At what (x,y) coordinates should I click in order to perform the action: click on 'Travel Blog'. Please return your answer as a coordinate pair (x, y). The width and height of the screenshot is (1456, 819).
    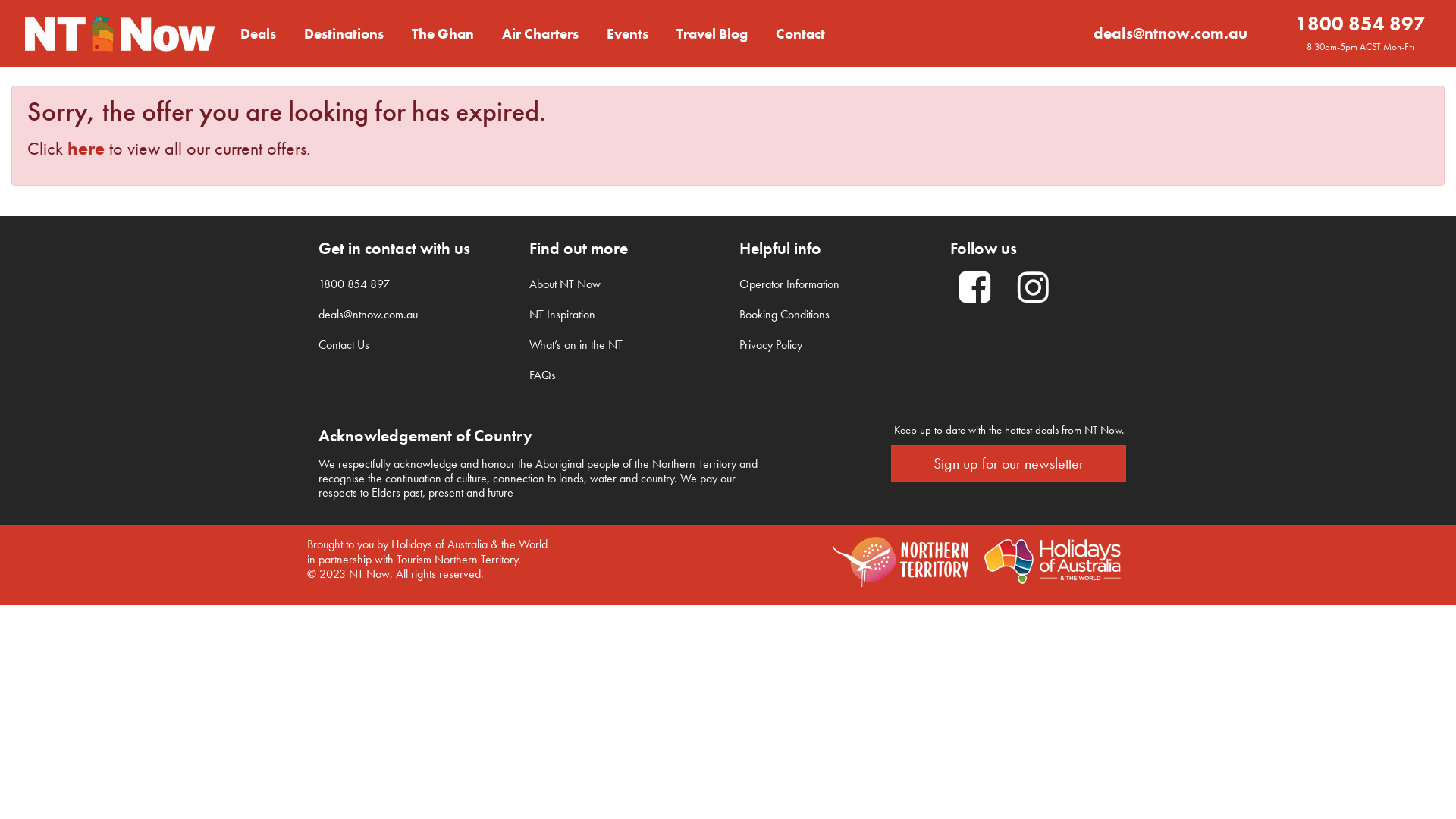
    Looking at the image, I should click on (711, 33).